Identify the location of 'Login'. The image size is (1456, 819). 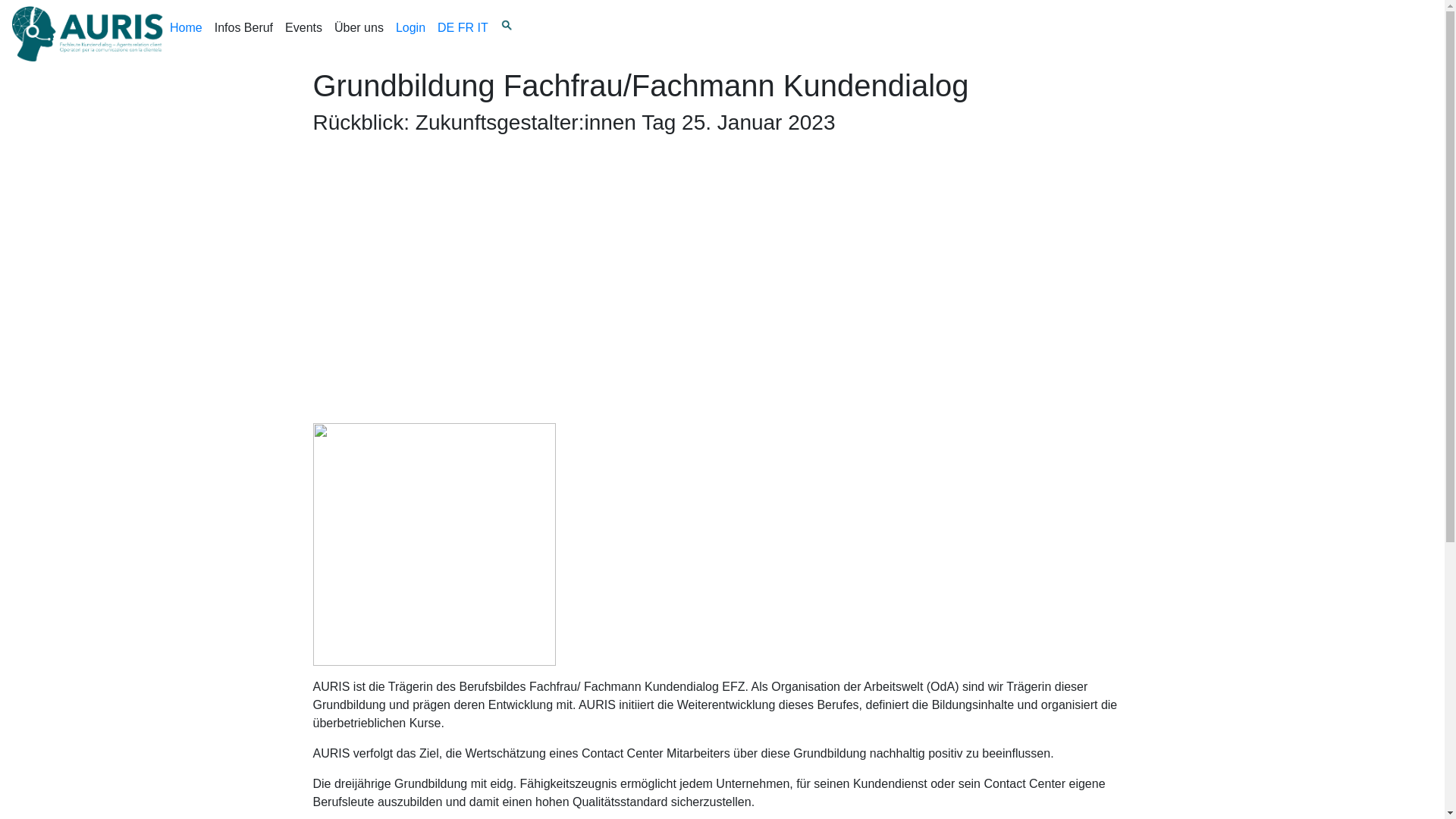
(410, 34).